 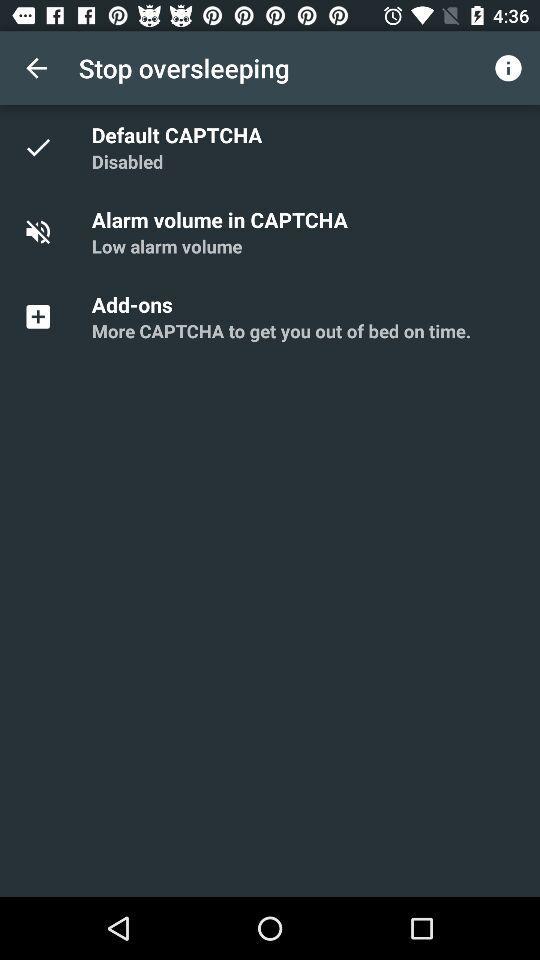 What do you see at coordinates (135, 304) in the screenshot?
I see `the add-ons icon` at bounding box center [135, 304].